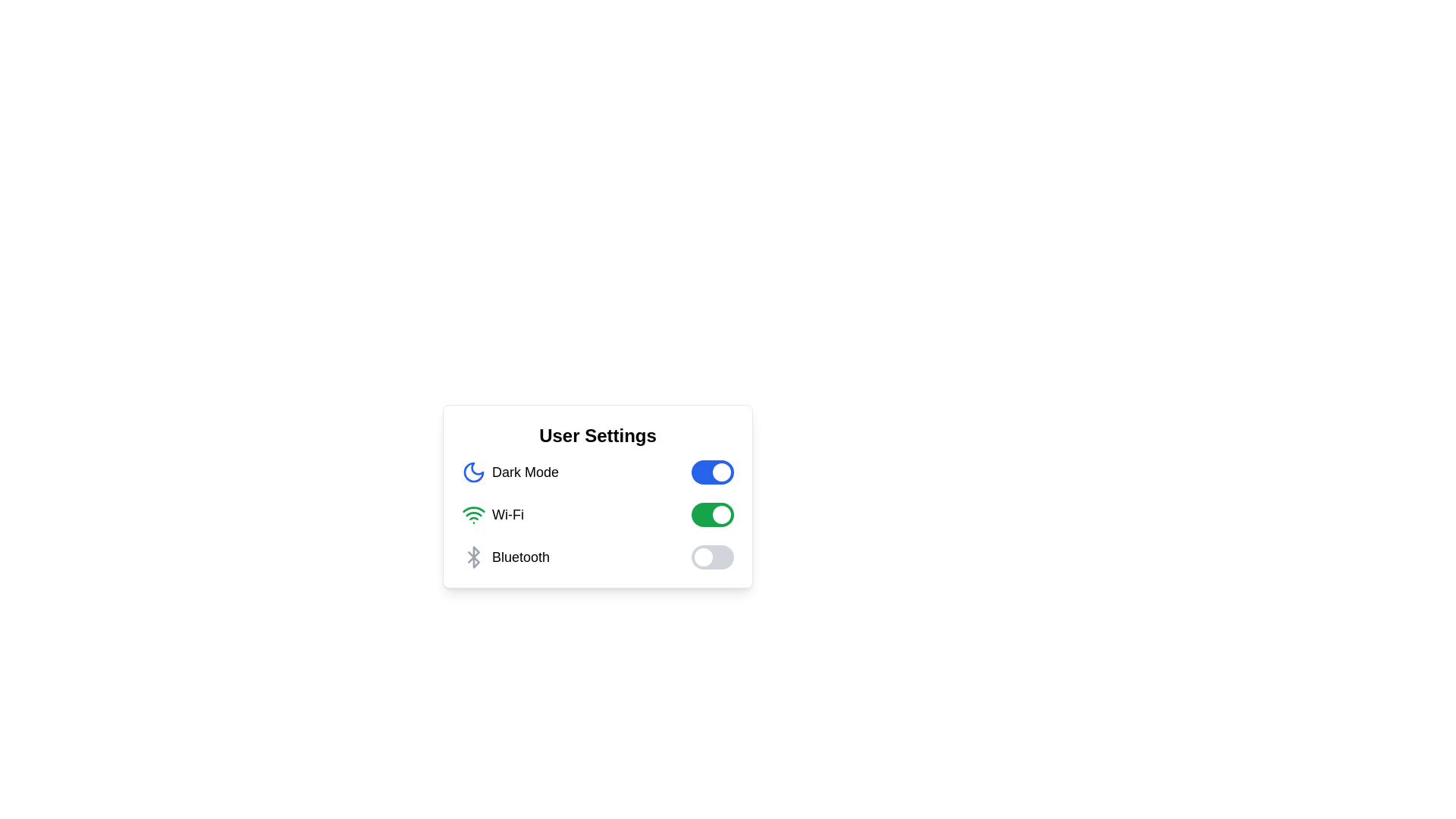  What do you see at coordinates (472, 557) in the screenshot?
I see `the Bluetooth icon in the User Settings panel, which is a light gray graphical representation of a Bluetooth logo, positioned below the Wi-Fi icon and above the Bluetooth toggle button` at bounding box center [472, 557].